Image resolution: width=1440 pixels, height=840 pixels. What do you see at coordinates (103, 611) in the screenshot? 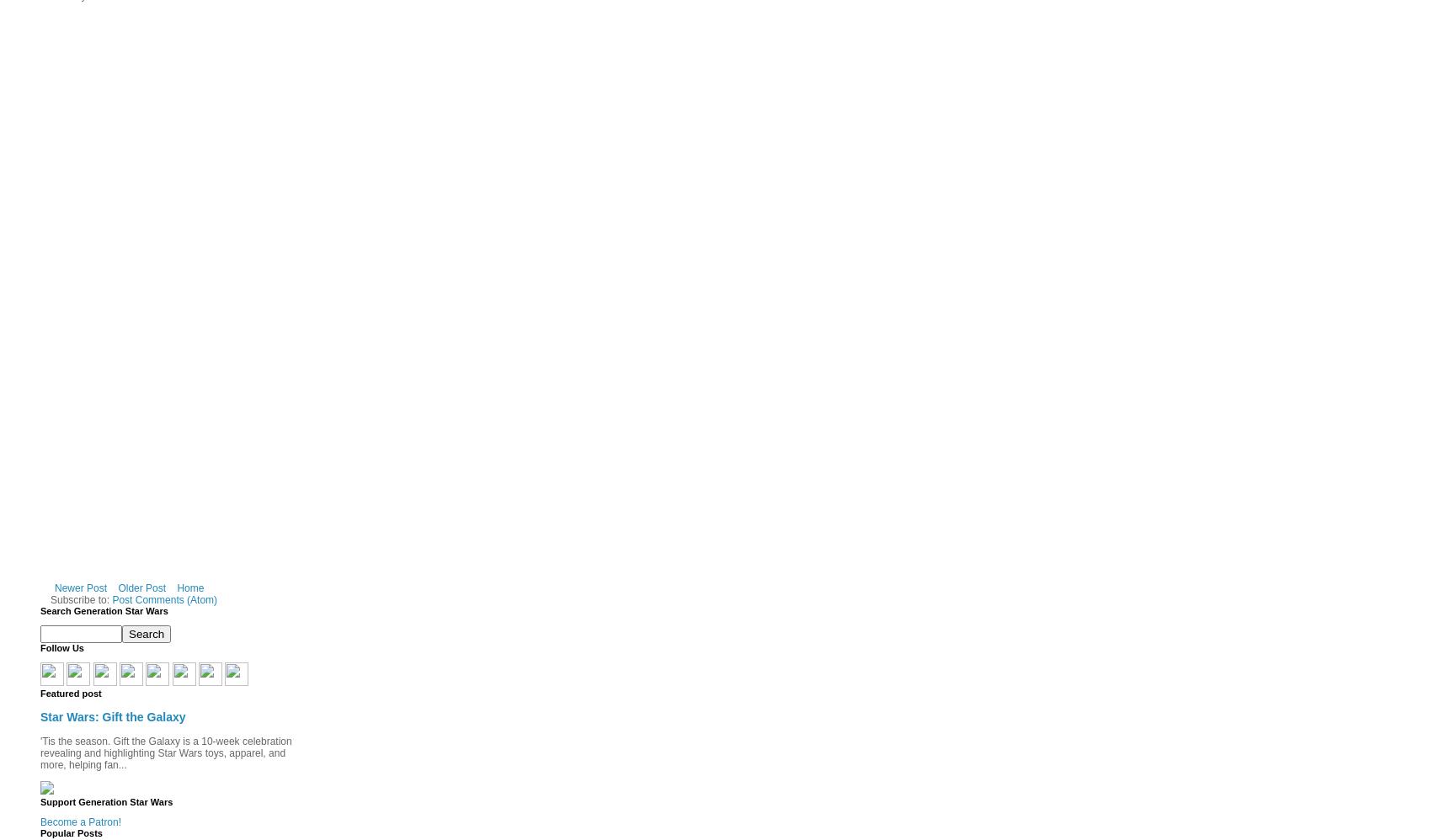
I see `'Search Generation Star Wars'` at bounding box center [103, 611].